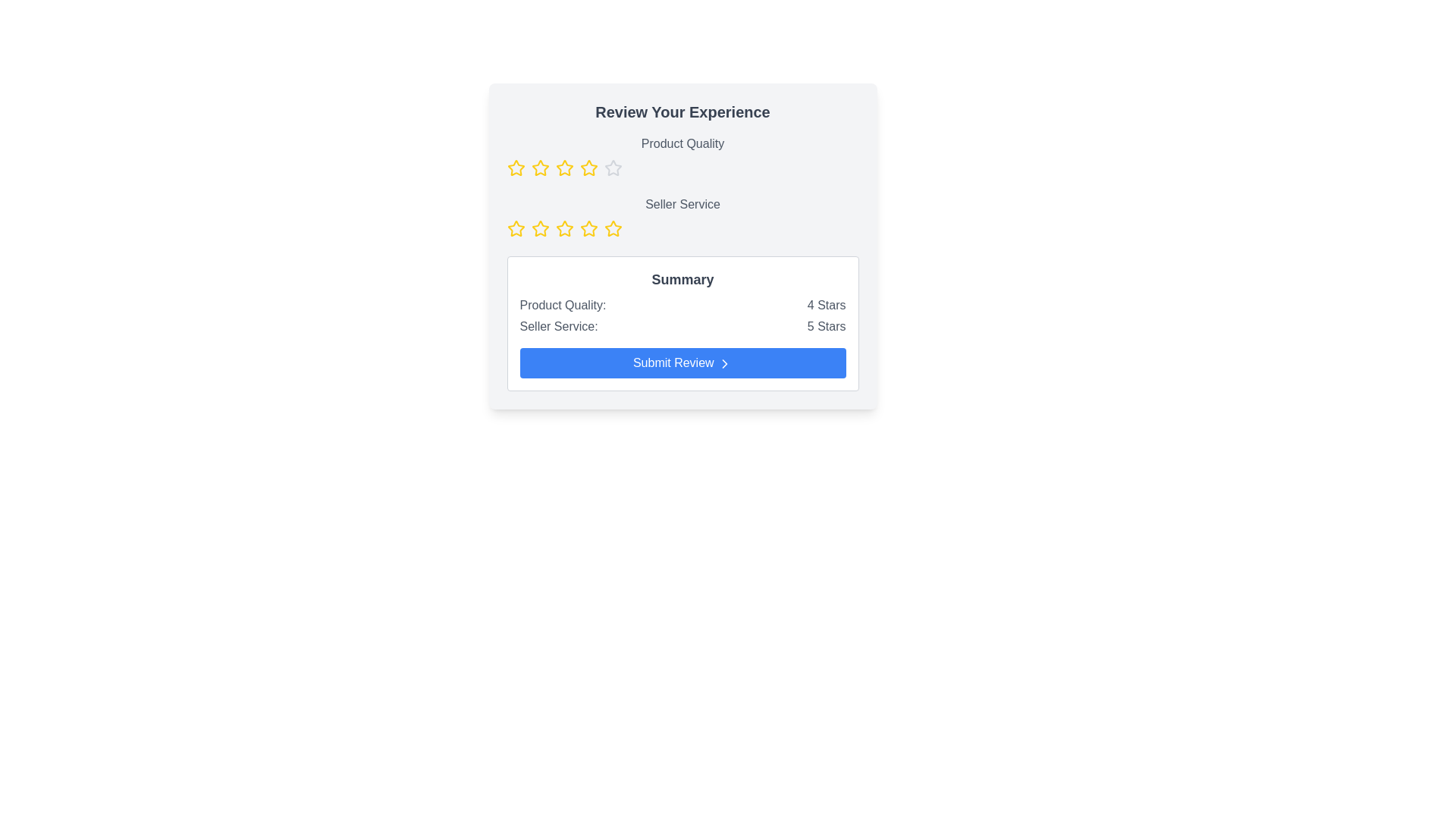  I want to click on the fourth rating star icon, which has a yellow border and a white interior, so click(563, 168).